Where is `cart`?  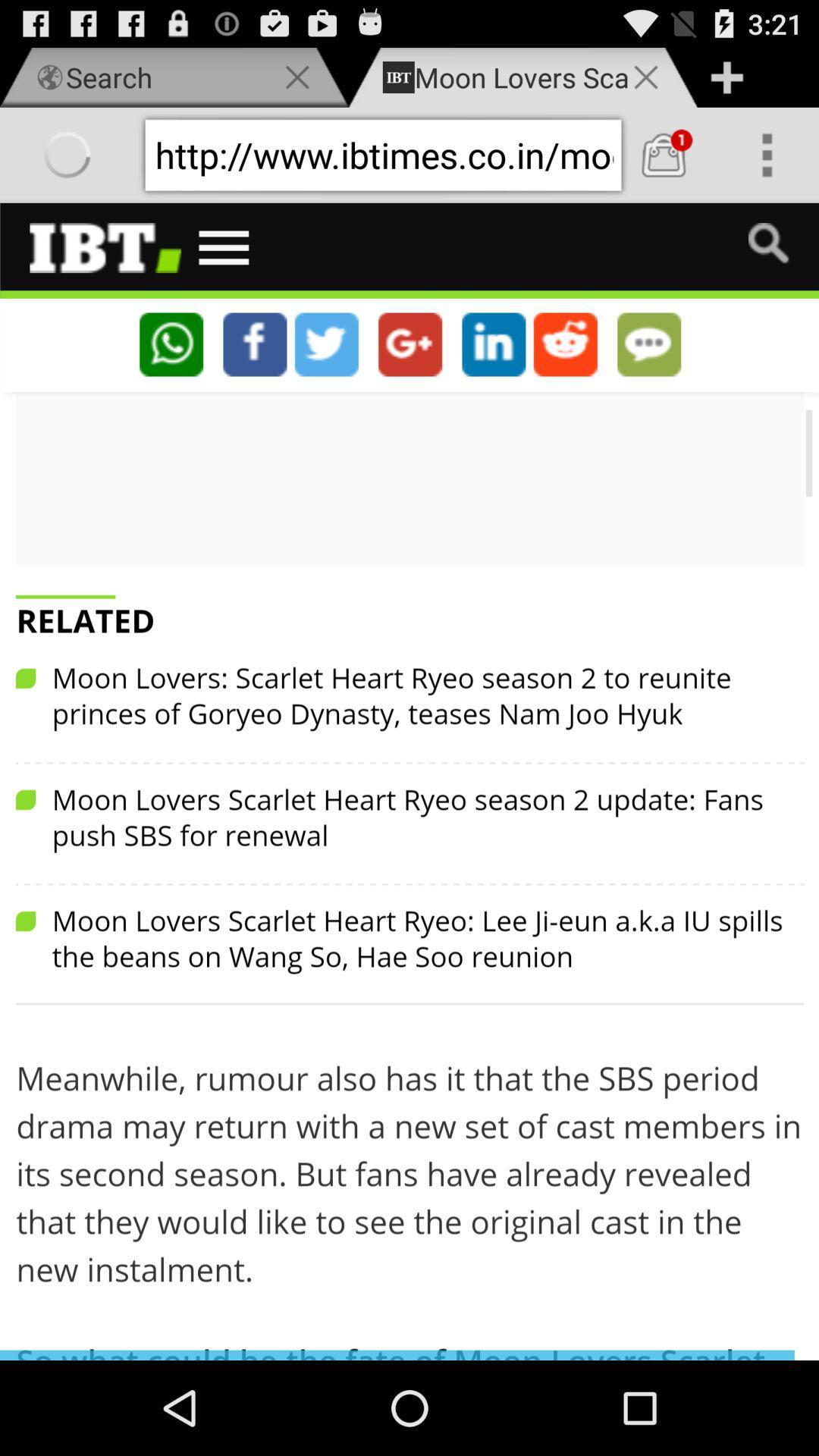 cart is located at coordinates (663, 155).